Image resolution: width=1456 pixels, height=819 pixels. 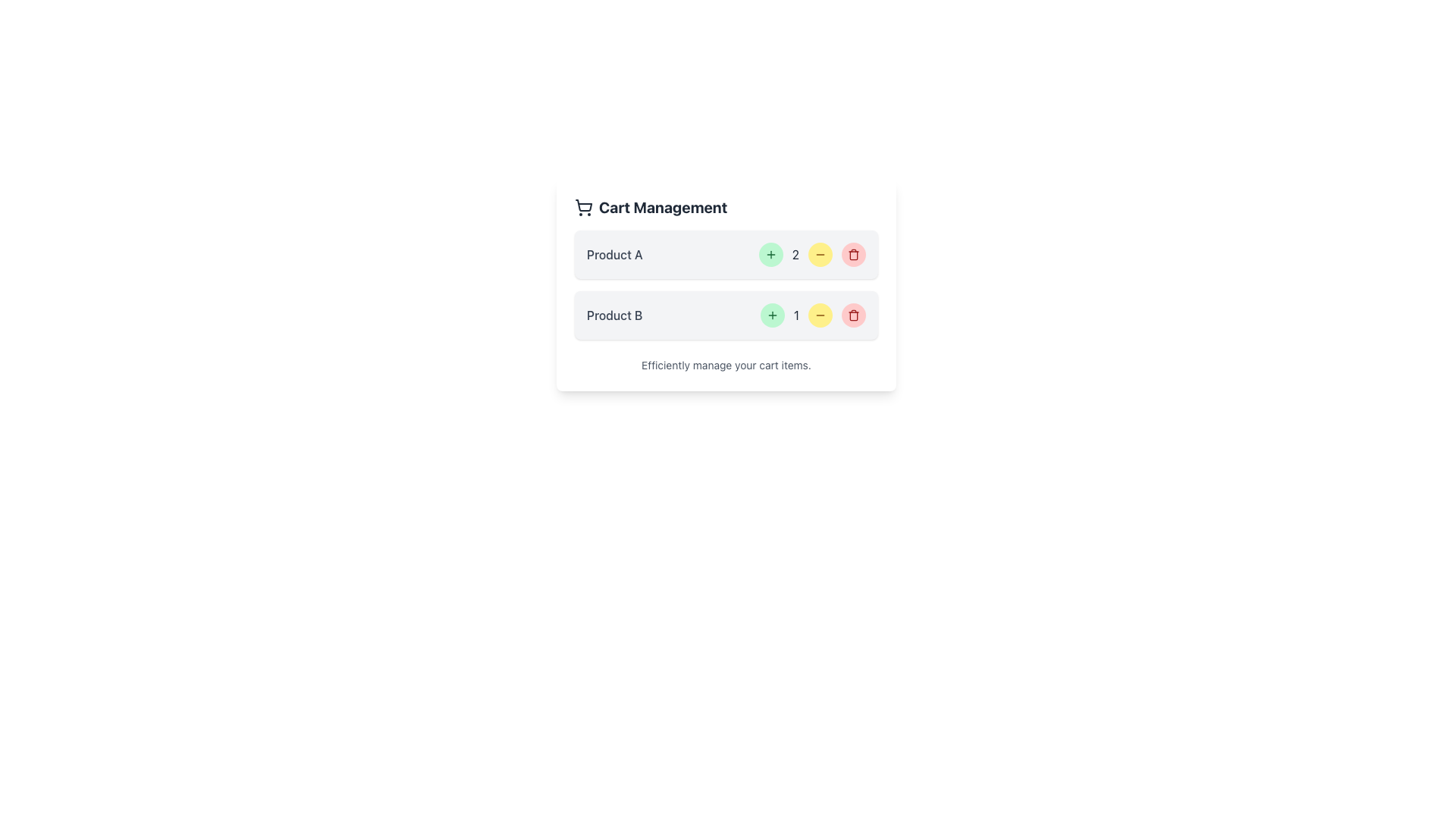 I want to click on the shopping cart icon, which is a clean, two-dimensional line drawing with a black outline on a white background, located on the left side of the 'Cart Management' title, so click(x=582, y=207).